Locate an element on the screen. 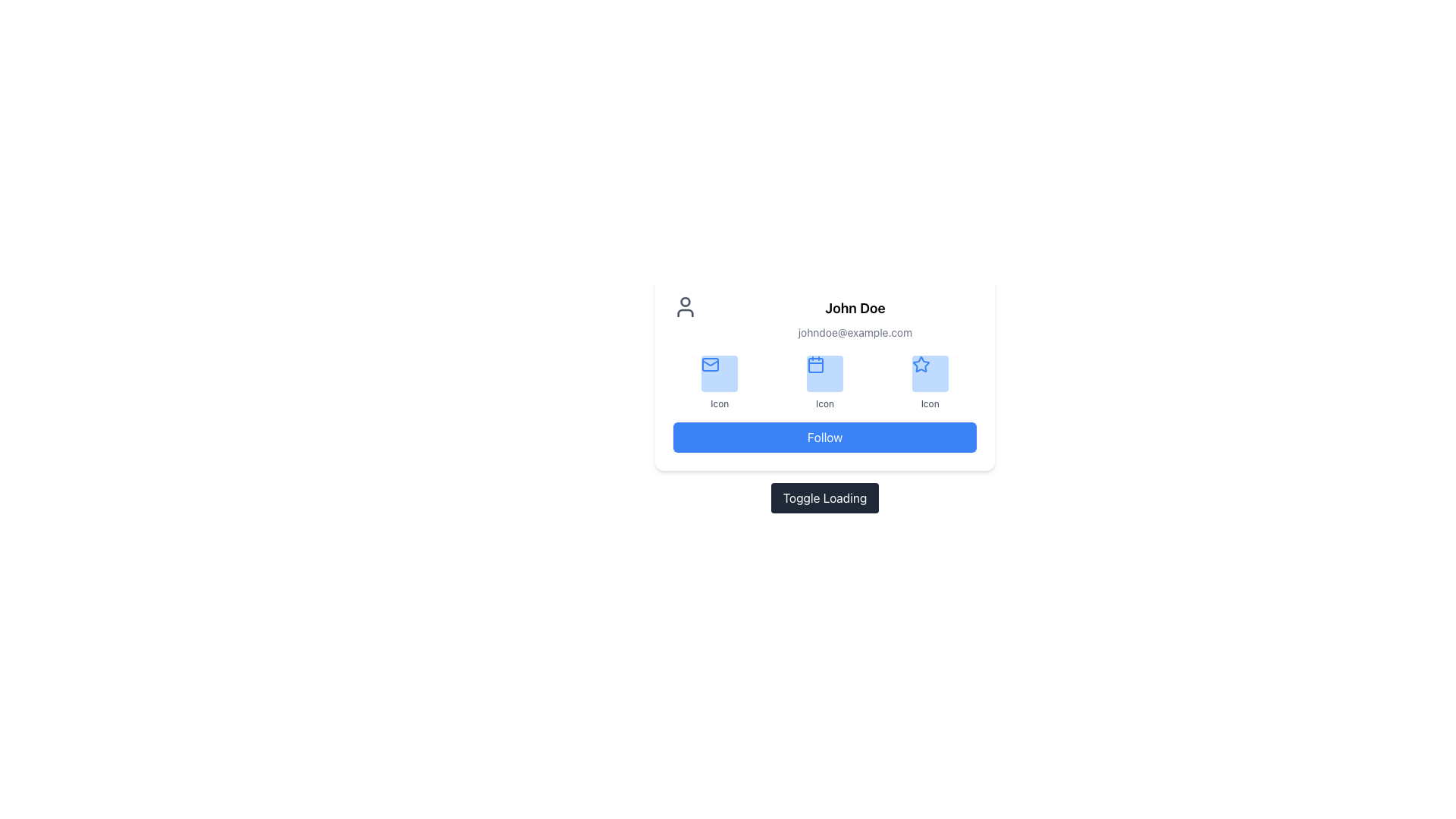 Image resolution: width=1456 pixels, height=819 pixels. the middle section of the Grid Section that provides accessible options related to the user profile, such as calendar or events management is located at coordinates (824, 382).